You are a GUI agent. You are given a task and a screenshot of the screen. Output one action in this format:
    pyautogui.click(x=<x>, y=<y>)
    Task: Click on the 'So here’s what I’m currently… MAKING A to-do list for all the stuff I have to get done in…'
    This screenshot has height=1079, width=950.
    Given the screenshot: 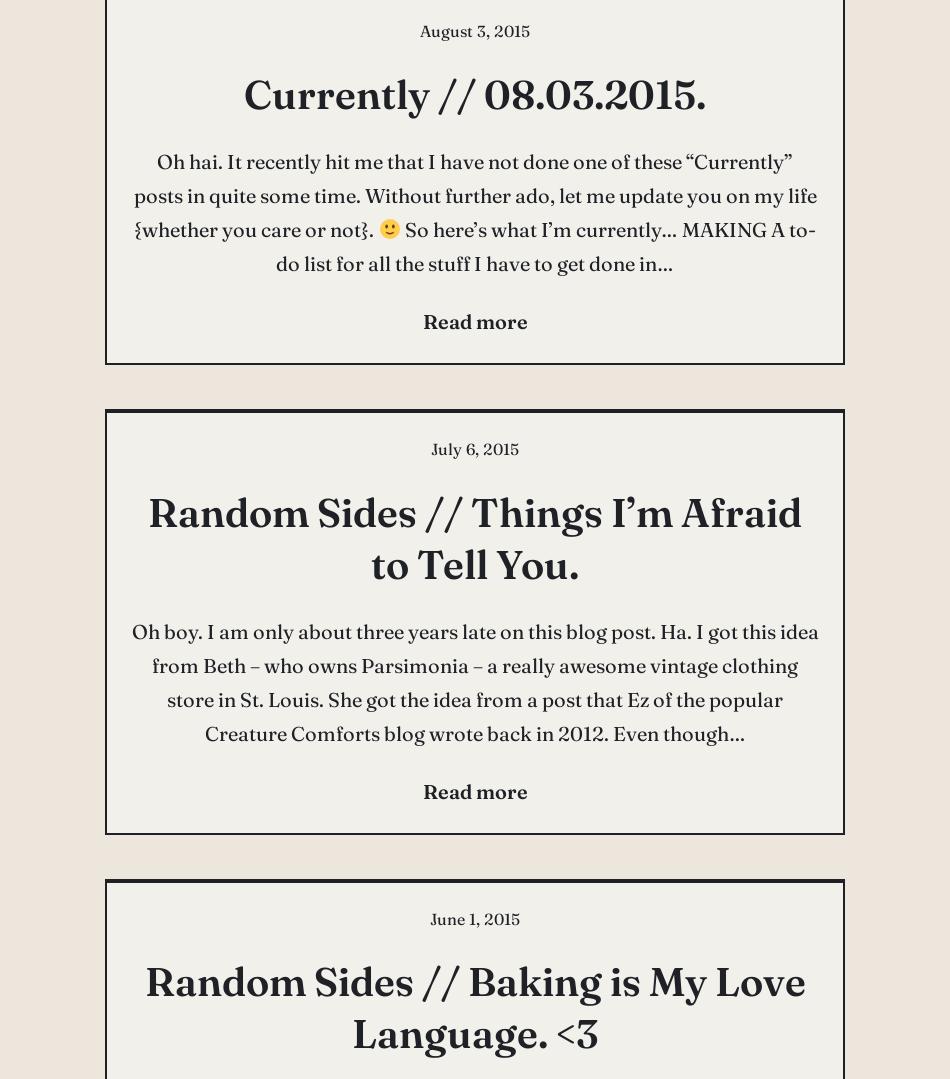 What is the action you would take?
    pyautogui.click(x=545, y=244)
    